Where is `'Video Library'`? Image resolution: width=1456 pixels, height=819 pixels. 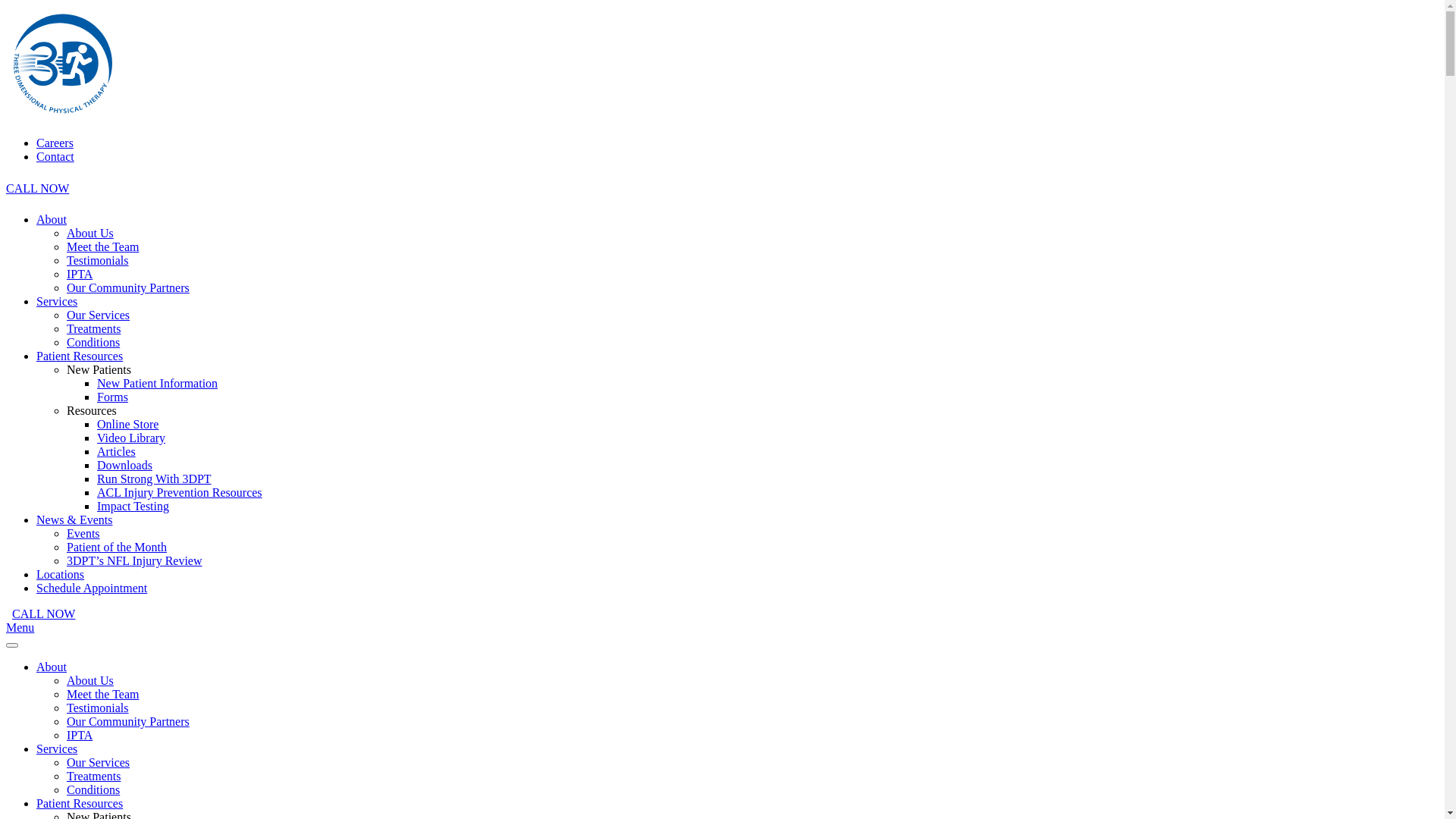 'Video Library' is located at coordinates (130, 438).